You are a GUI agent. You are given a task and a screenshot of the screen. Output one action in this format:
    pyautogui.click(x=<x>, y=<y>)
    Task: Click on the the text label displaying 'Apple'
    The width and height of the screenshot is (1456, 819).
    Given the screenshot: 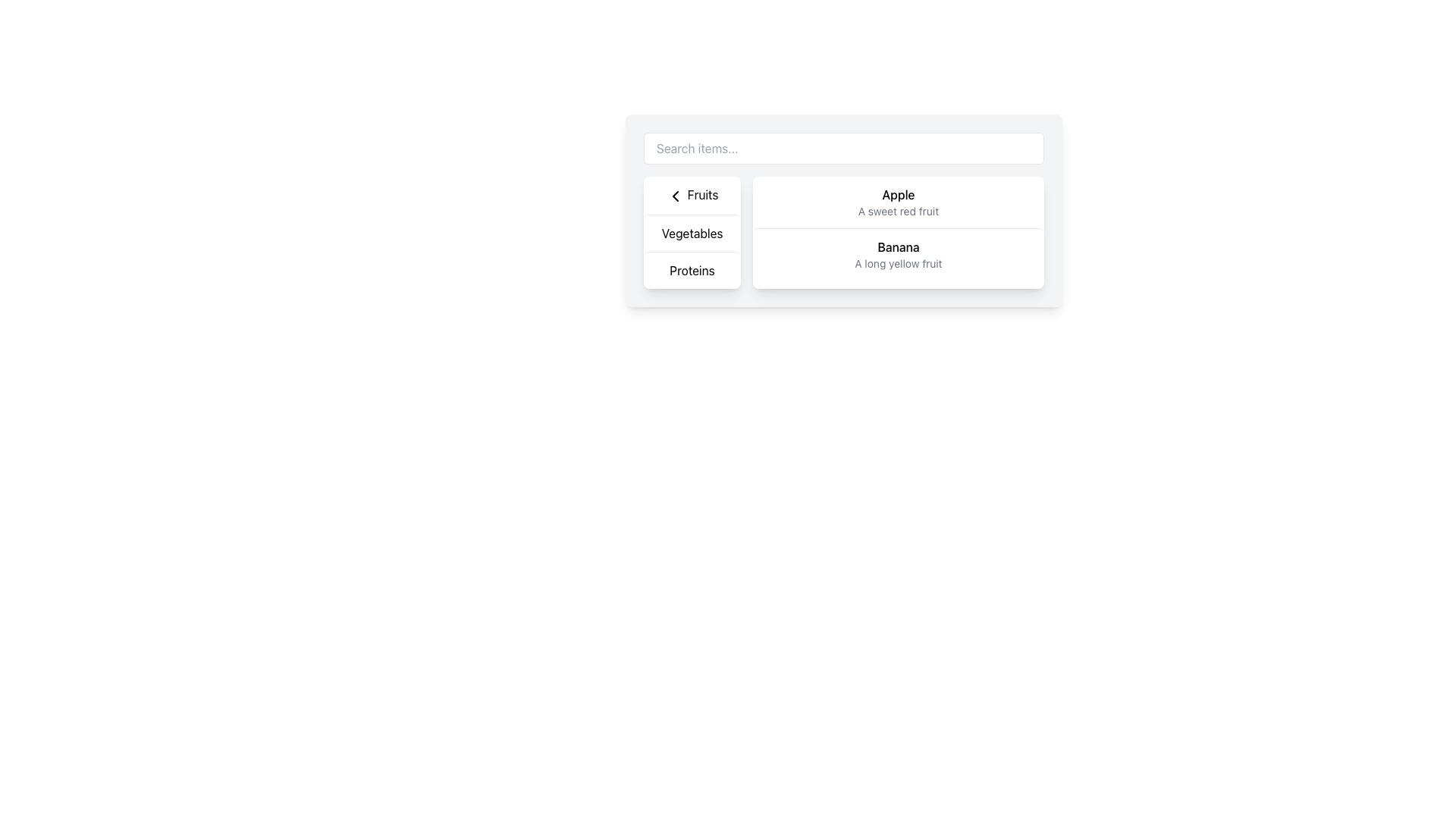 What is the action you would take?
    pyautogui.click(x=899, y=194)
    